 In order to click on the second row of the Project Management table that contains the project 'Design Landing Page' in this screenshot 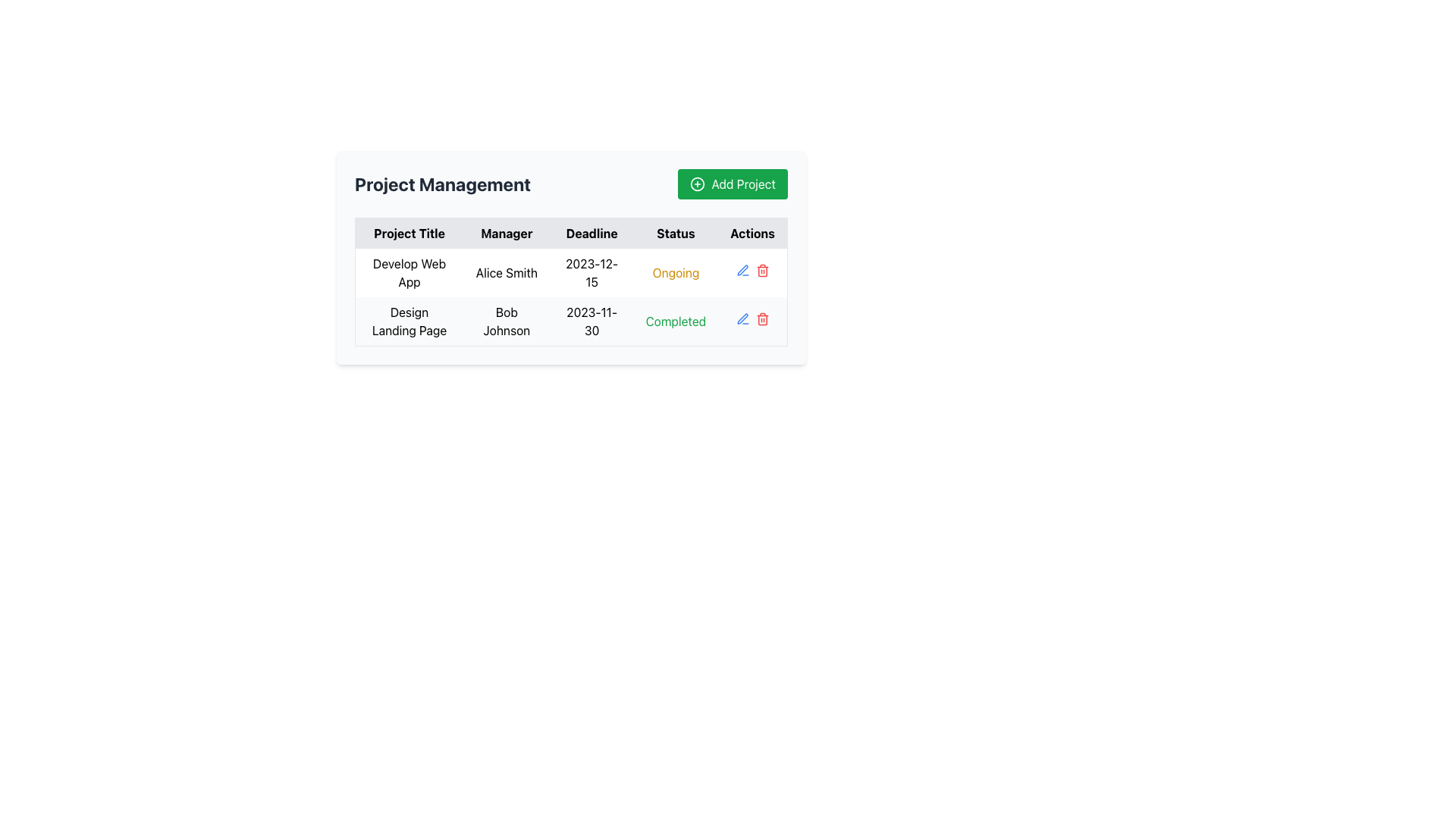, I will do `click(570, 321)`.